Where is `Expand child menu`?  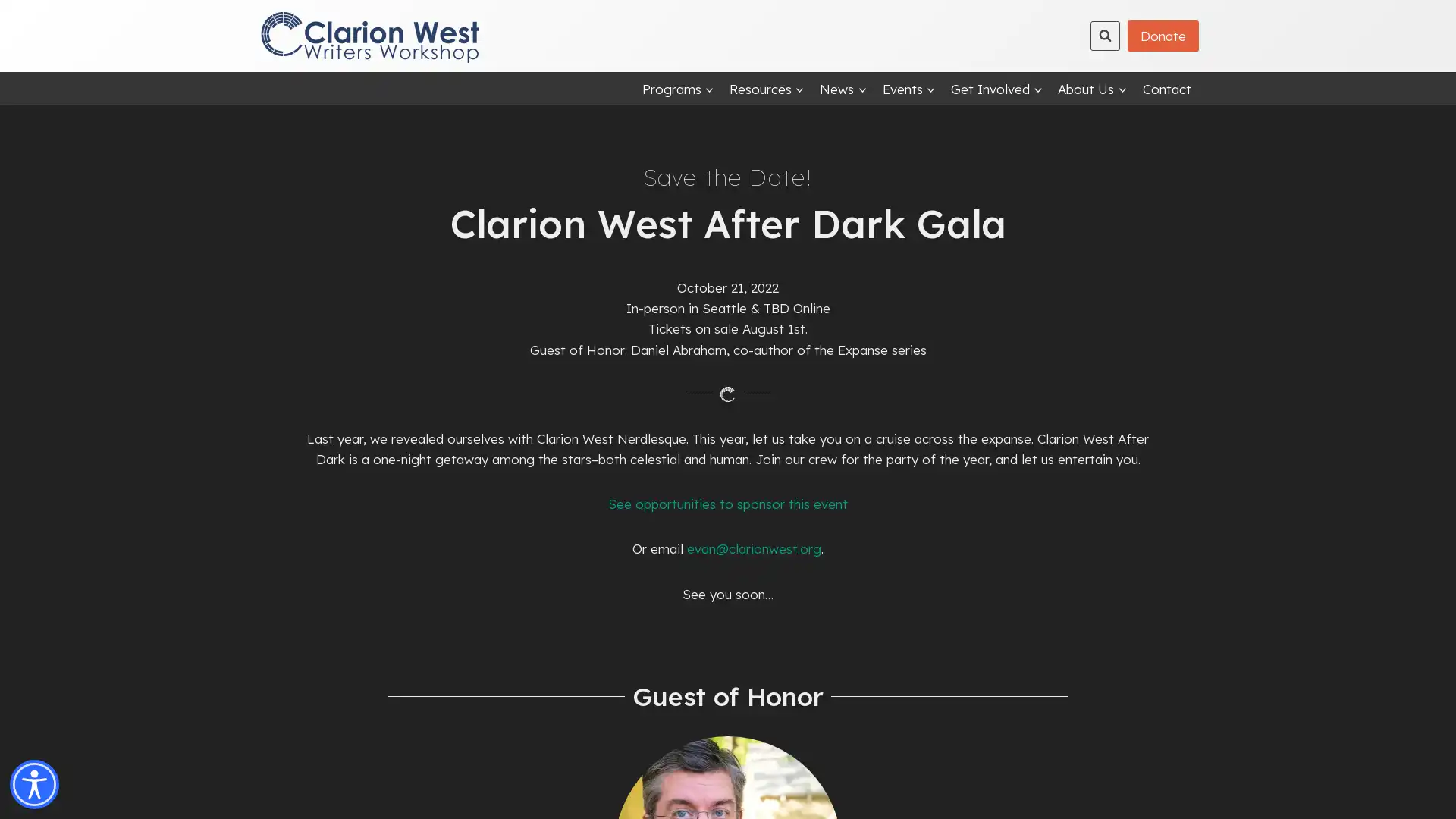 Expand child menu is located at coordinates (676, 88).